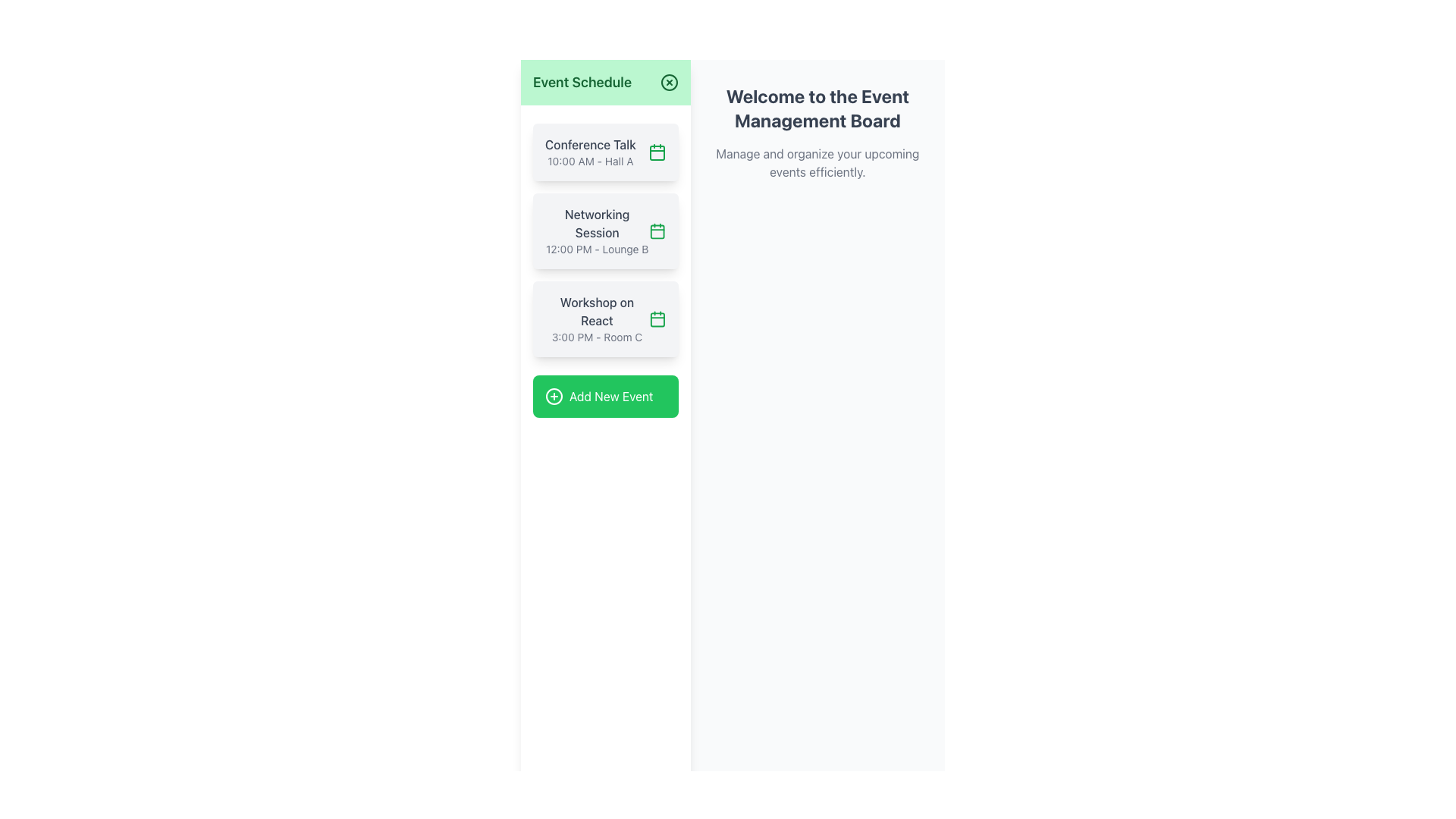  I want to click on the Text Label that serves as the title for the scheduled event 'Conference Talk', located above the time and location details, so click(589, 145).